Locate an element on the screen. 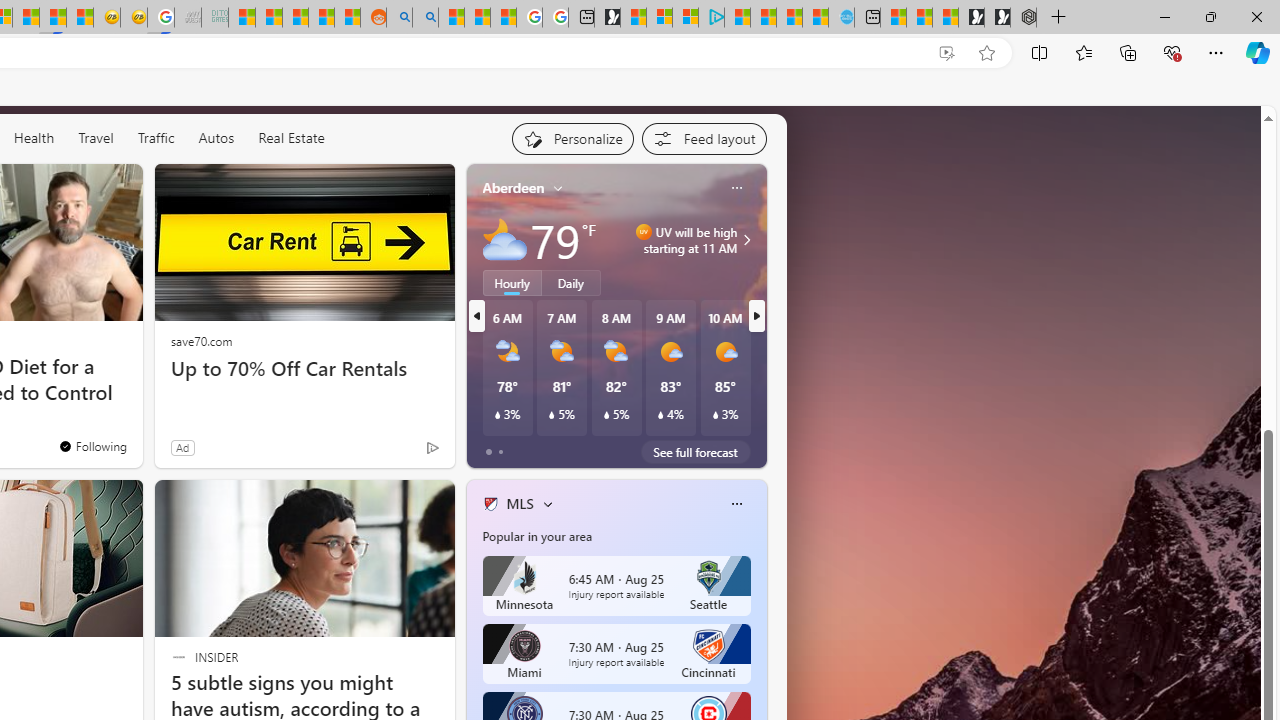  'Personalize your feed"' is located at coordinates (571, 137).